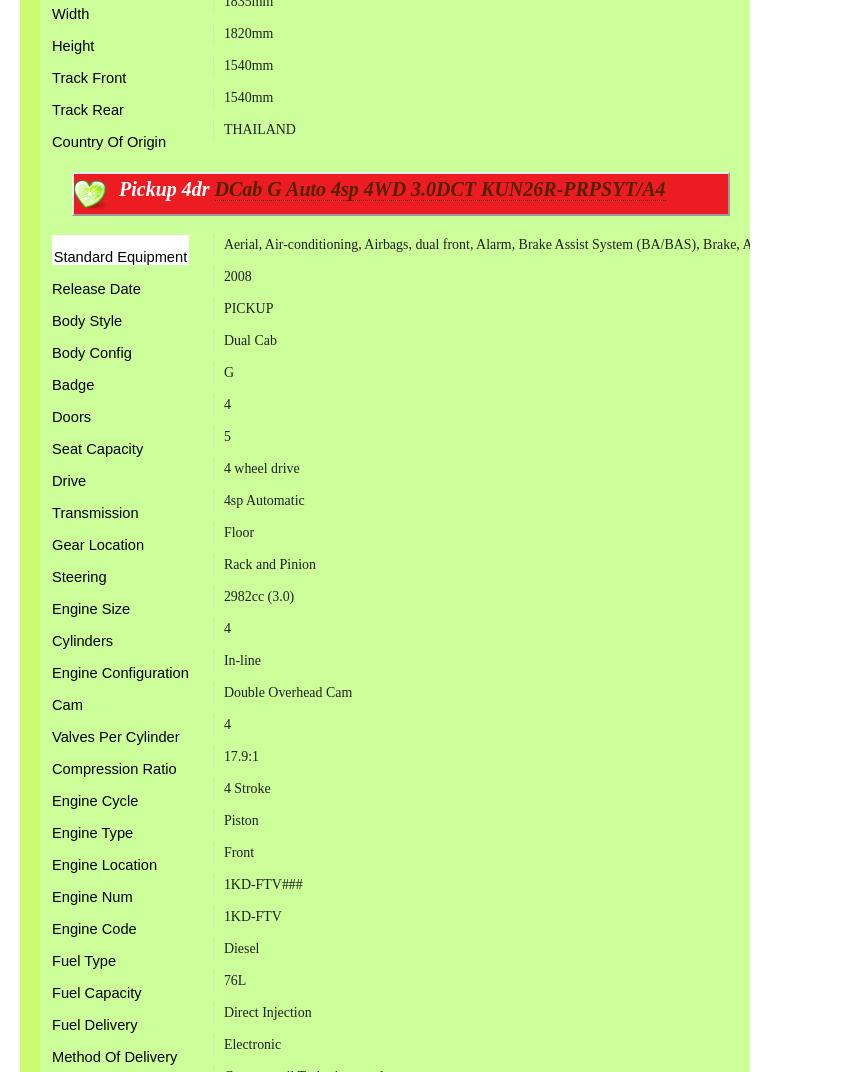 This screenshot has height=1072, width=845. Describe the element at coordinates (221, 755) in the screenshot. I see `'17.9:1'` at that location.